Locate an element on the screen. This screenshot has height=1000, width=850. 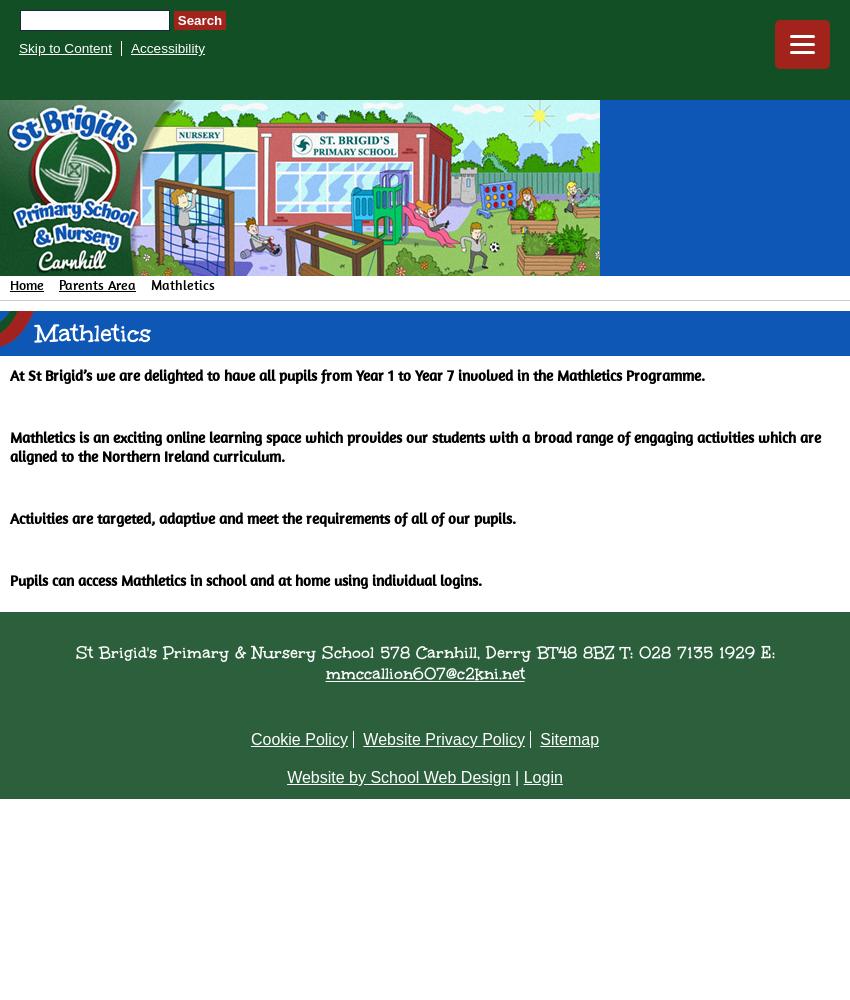
'St Brigid's Primary & Nursery School 578 Carnhill, Derry BT48 8BZ T: 028 7135 1929 E:' is located at coordinates (424, 652).